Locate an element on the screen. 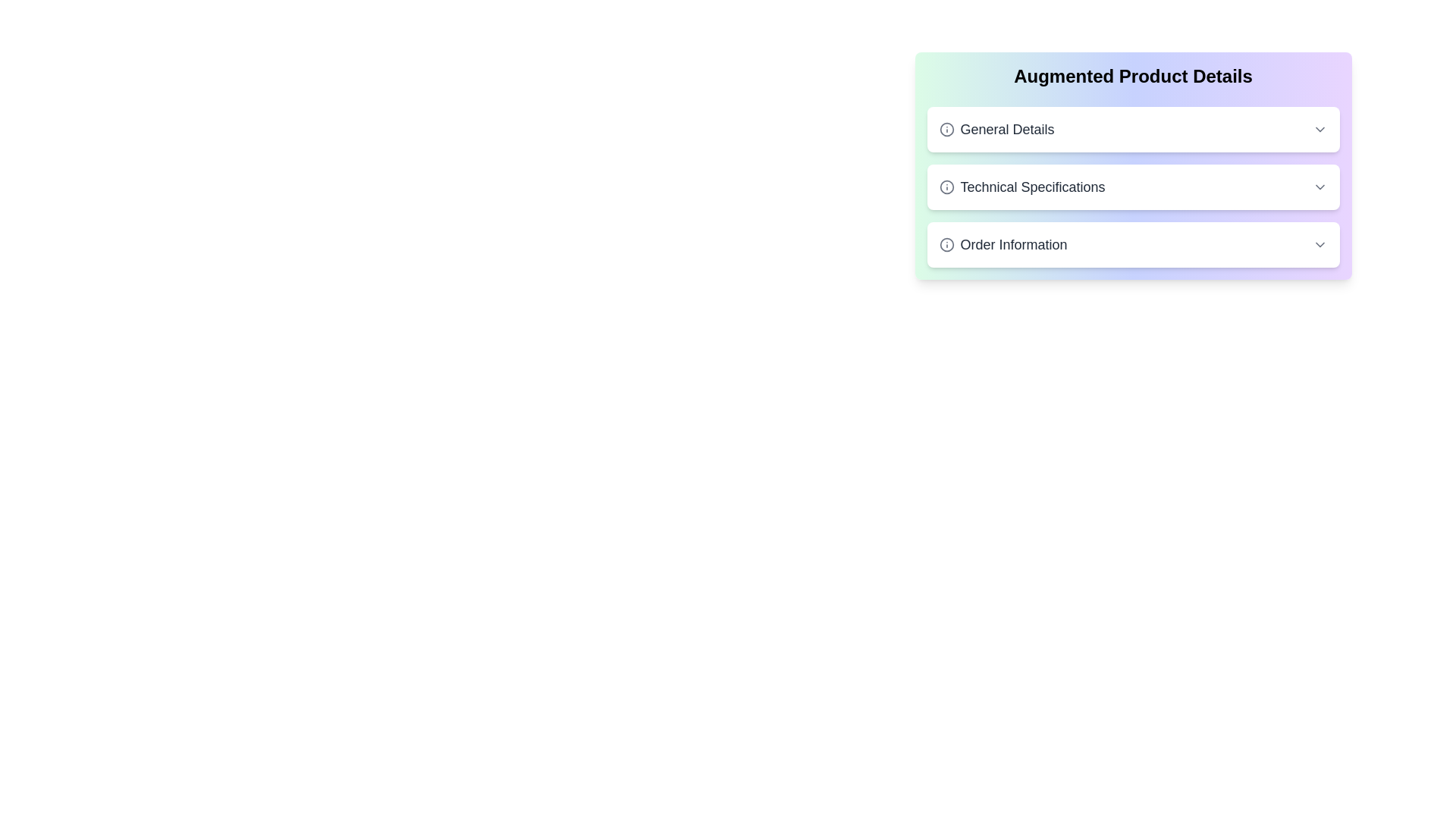 This screenshot has height=819, width=1456. the circular gray icon with an outlined border located to the left of the 'Order Information' text label is located at coordinates (946, 244).